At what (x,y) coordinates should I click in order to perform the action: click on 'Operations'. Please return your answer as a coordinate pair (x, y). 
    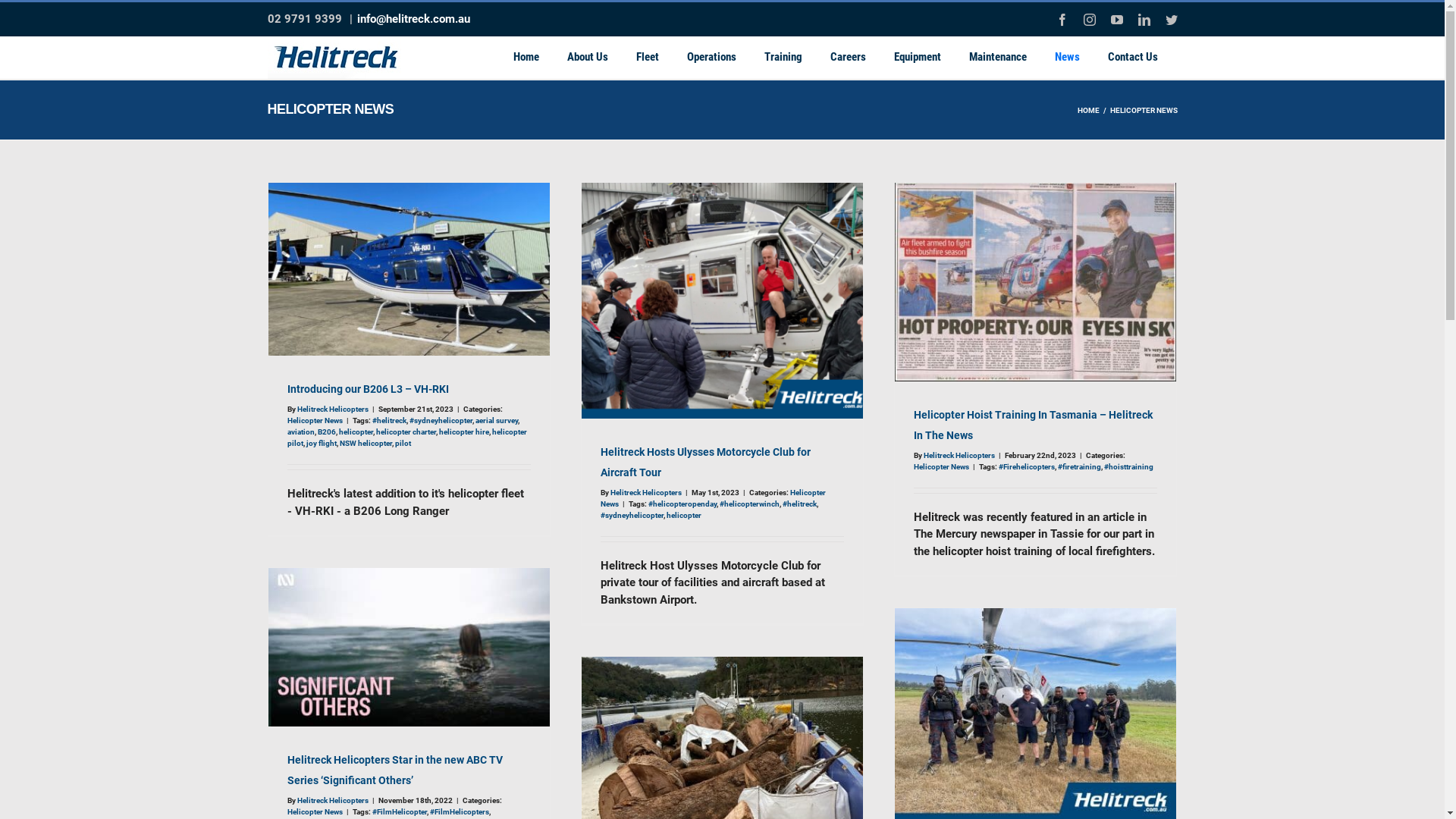
    Looking at the image, I should click on (710, 56).